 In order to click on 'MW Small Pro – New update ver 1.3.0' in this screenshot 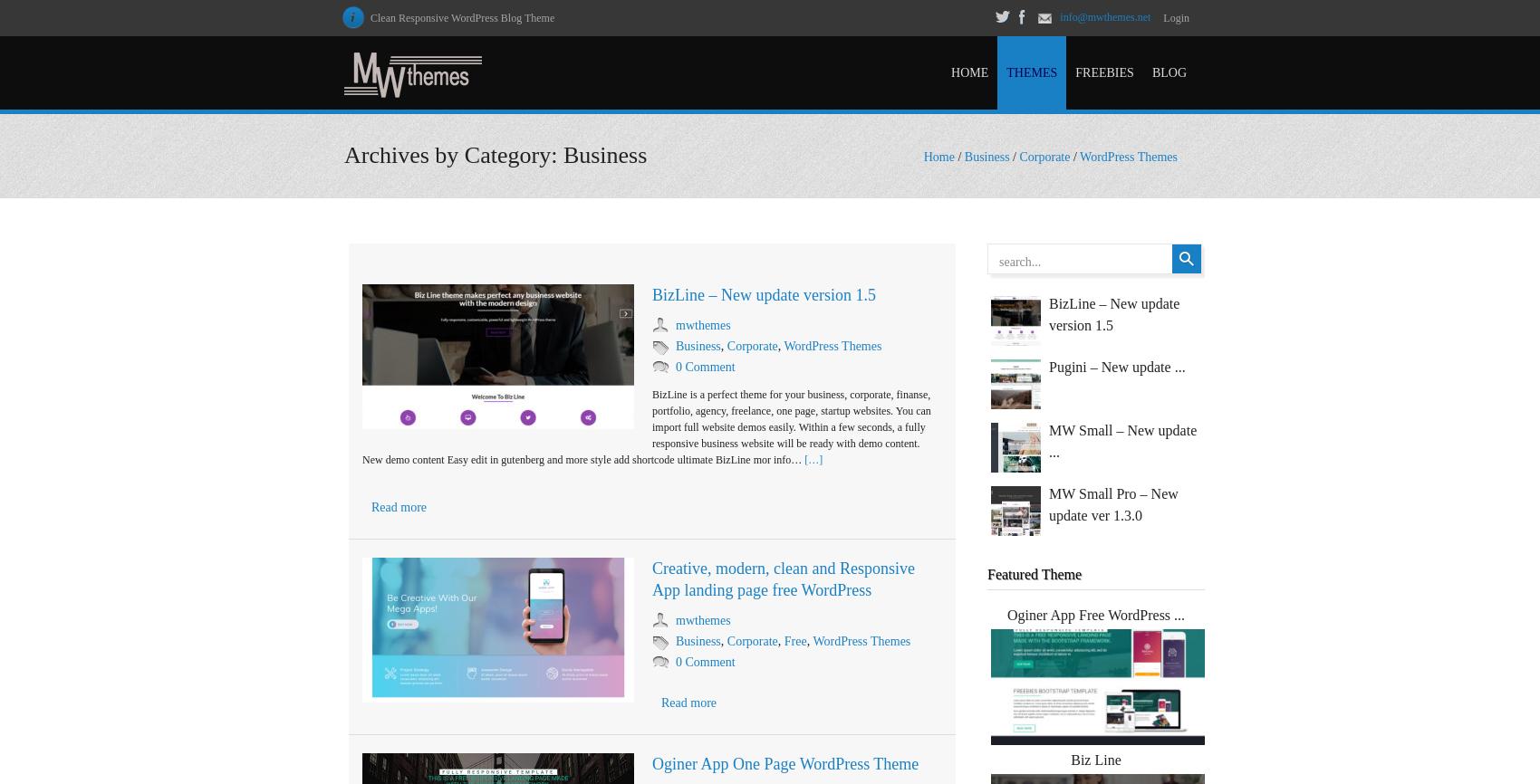, I will do `click(1112, 504)`.